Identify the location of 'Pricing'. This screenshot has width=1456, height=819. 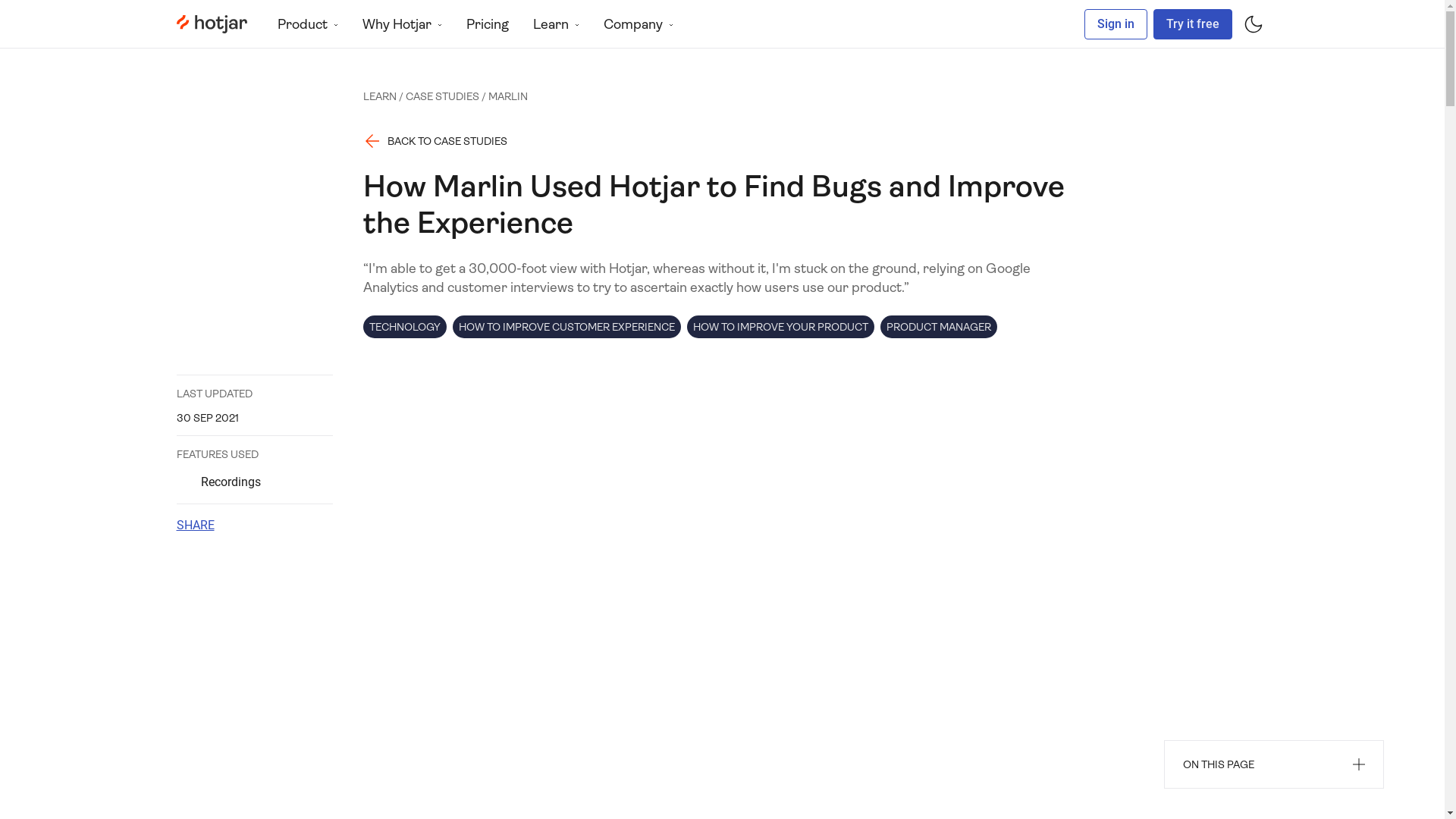
(487, 24).